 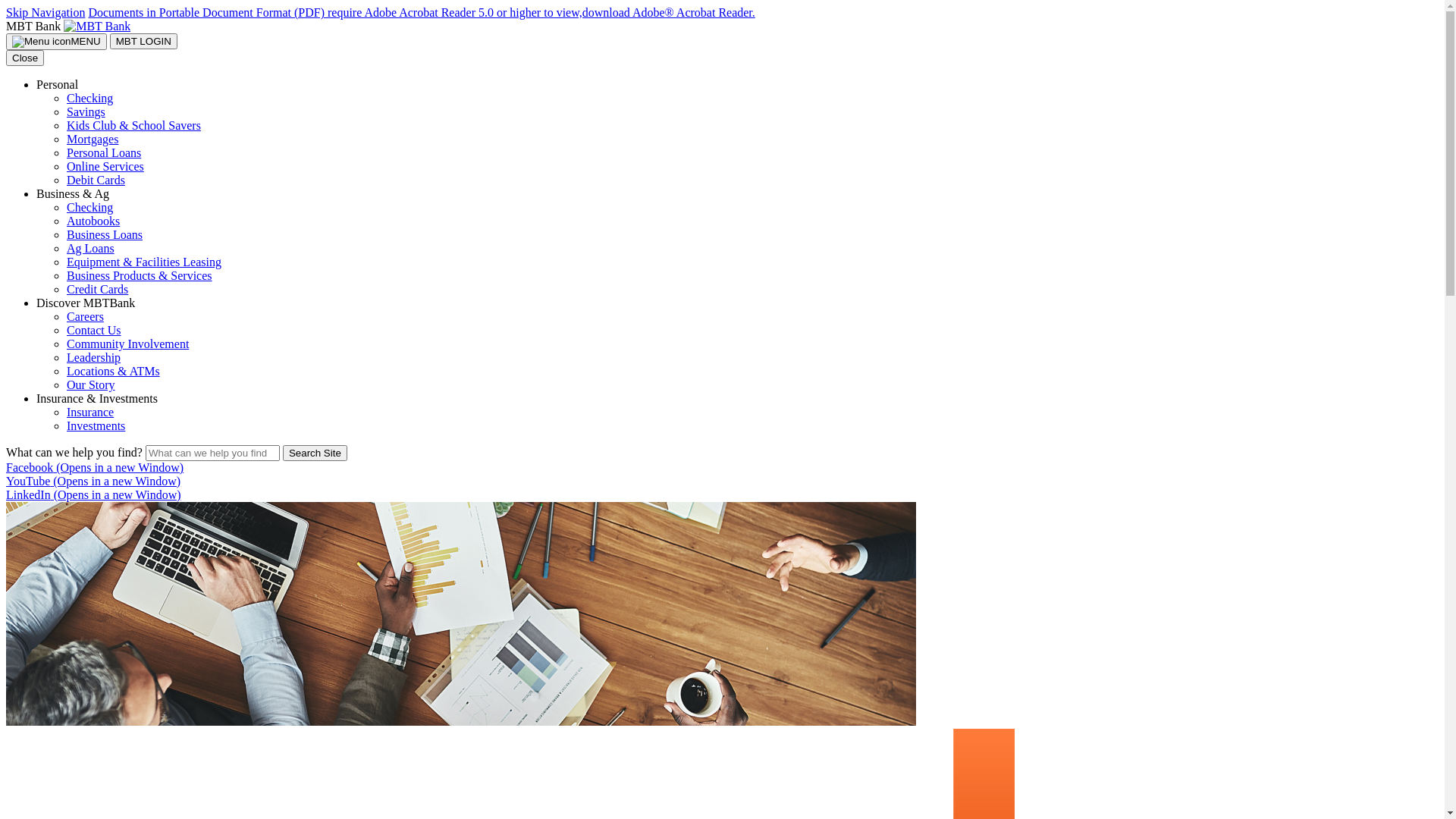 I want to click on 'Personal Loans', so click(x=103, y=152).